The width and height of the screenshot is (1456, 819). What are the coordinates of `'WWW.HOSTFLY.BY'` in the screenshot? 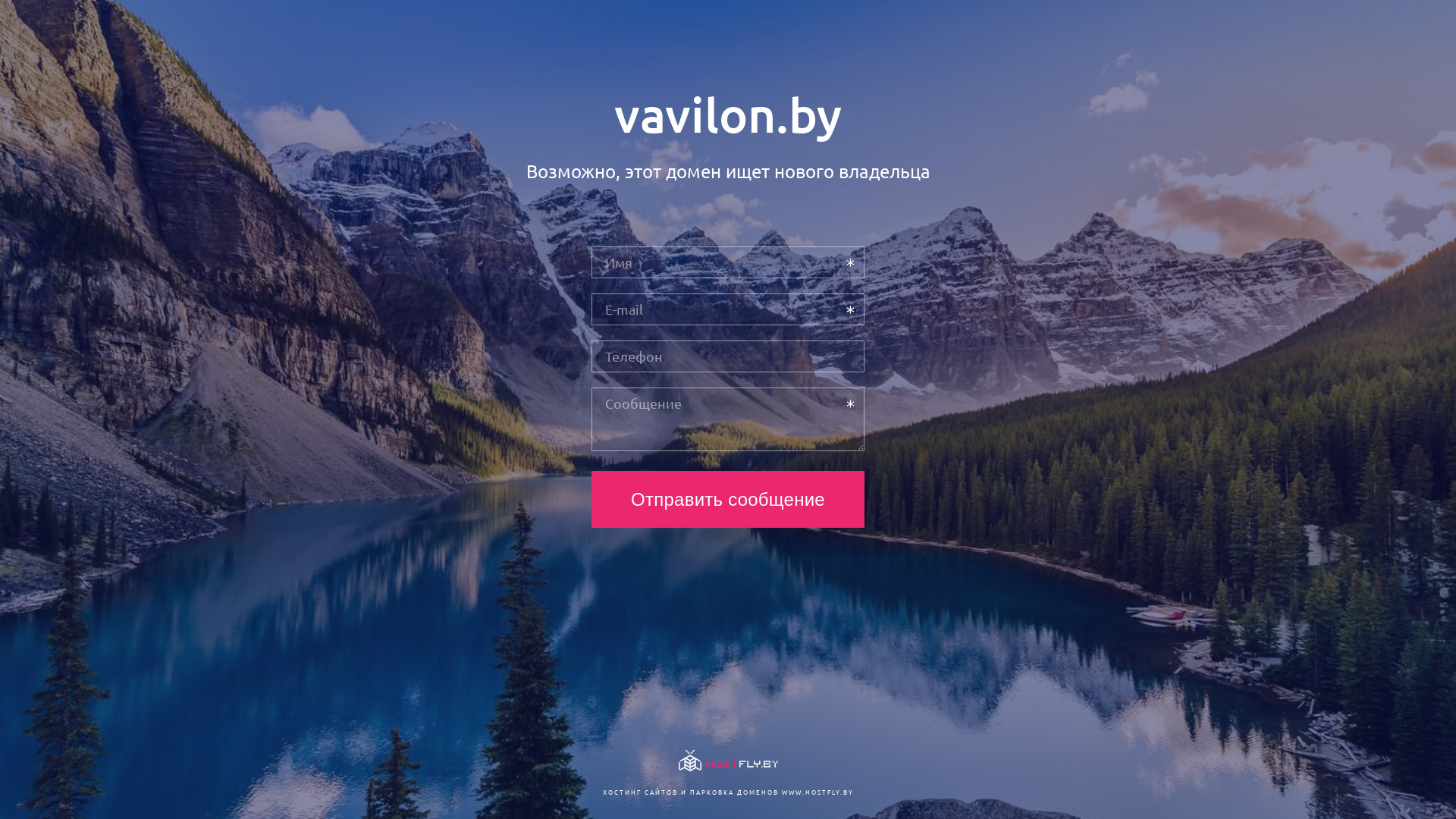 It's located at (816, 791).